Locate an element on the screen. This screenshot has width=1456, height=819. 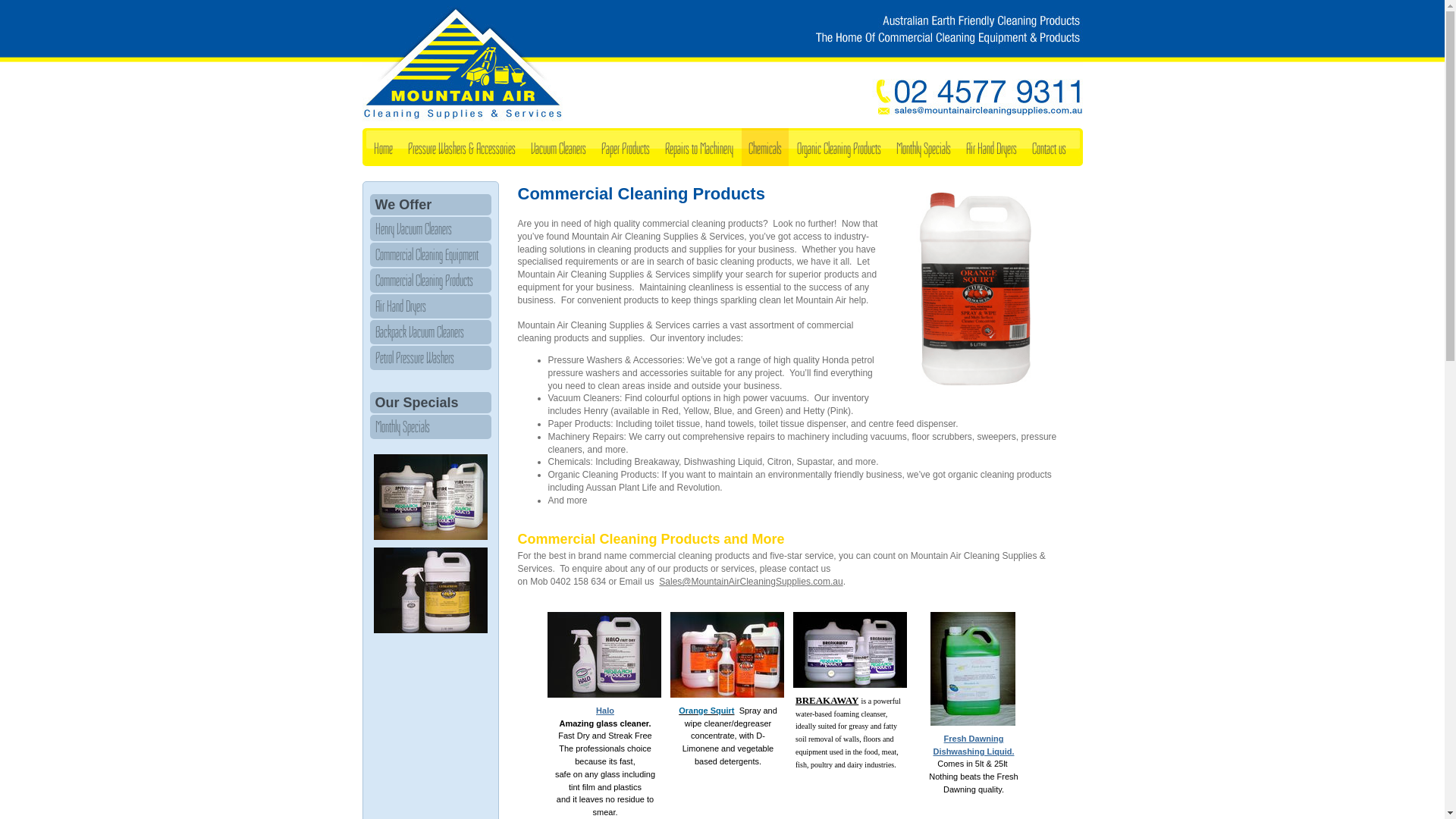
'Repairs to Machinery' is located at coordinates (698, 146).